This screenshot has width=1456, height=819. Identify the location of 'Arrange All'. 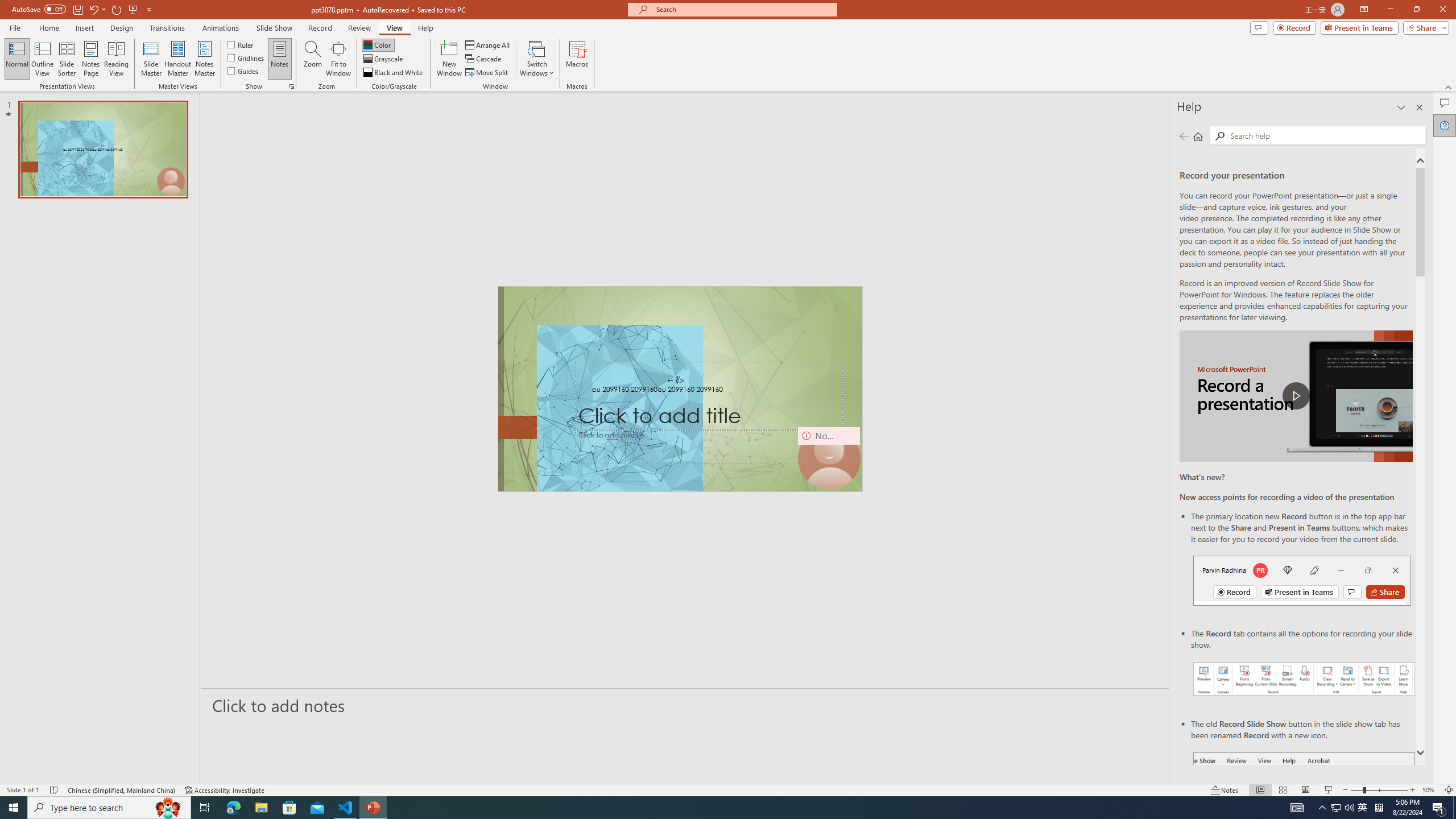
(487, 44).